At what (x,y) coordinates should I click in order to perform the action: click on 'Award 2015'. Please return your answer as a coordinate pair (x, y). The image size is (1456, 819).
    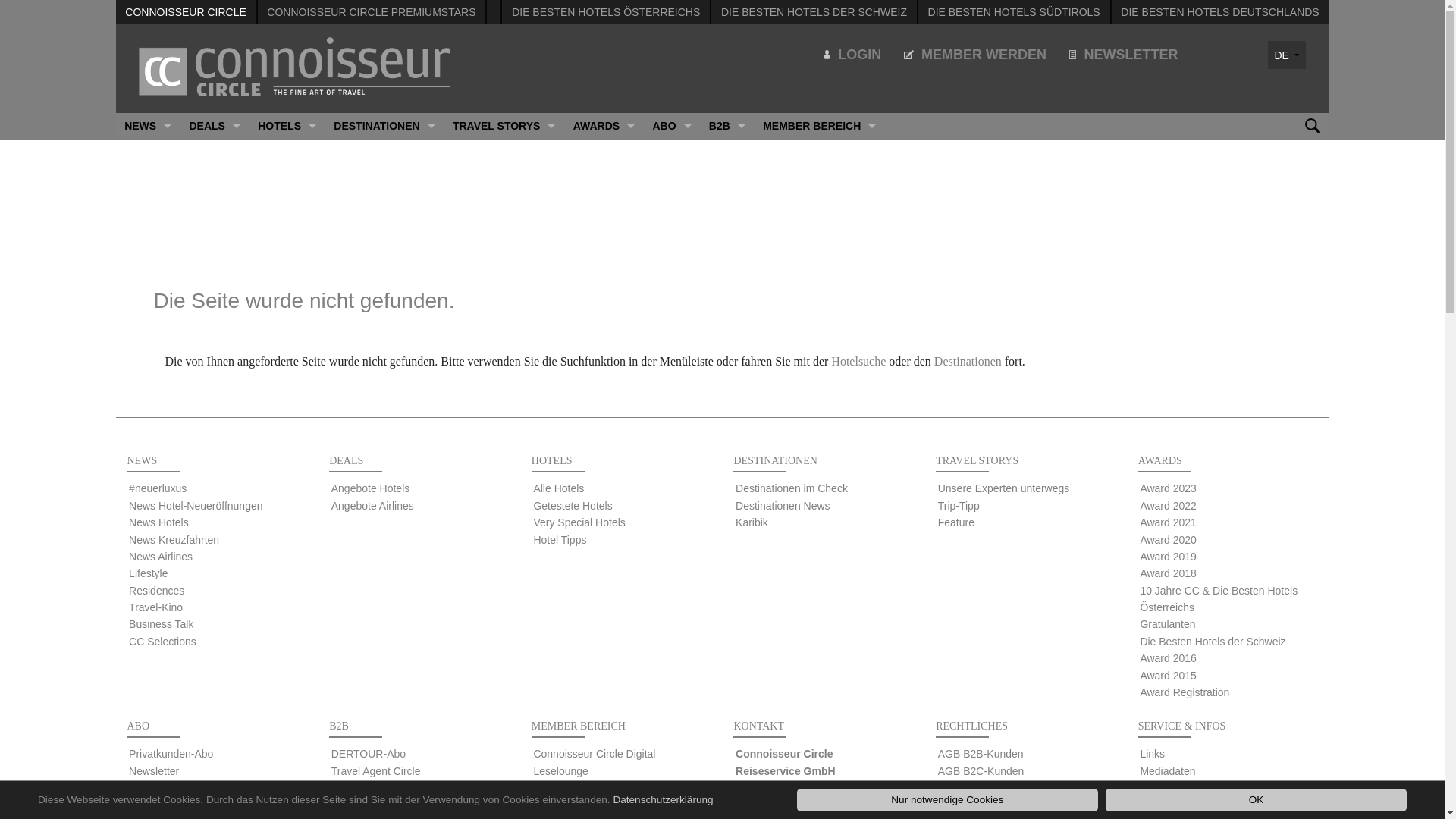
    Looking at the image, I should click on (1139, 675).